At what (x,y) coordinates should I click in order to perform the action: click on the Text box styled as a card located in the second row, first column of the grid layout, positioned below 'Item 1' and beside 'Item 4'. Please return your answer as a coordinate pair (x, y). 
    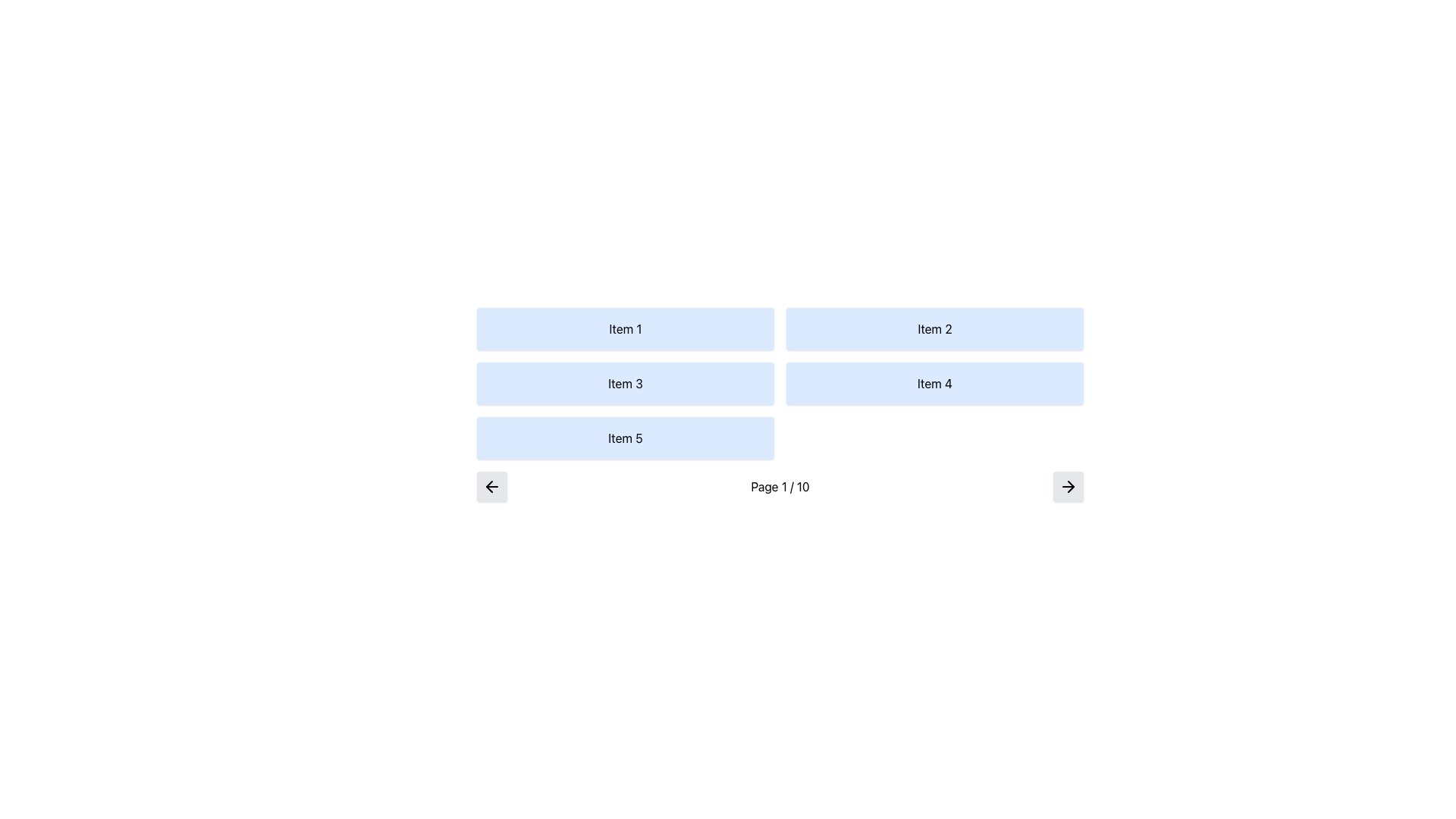
    Looking at the image, I should click on (626, 382).